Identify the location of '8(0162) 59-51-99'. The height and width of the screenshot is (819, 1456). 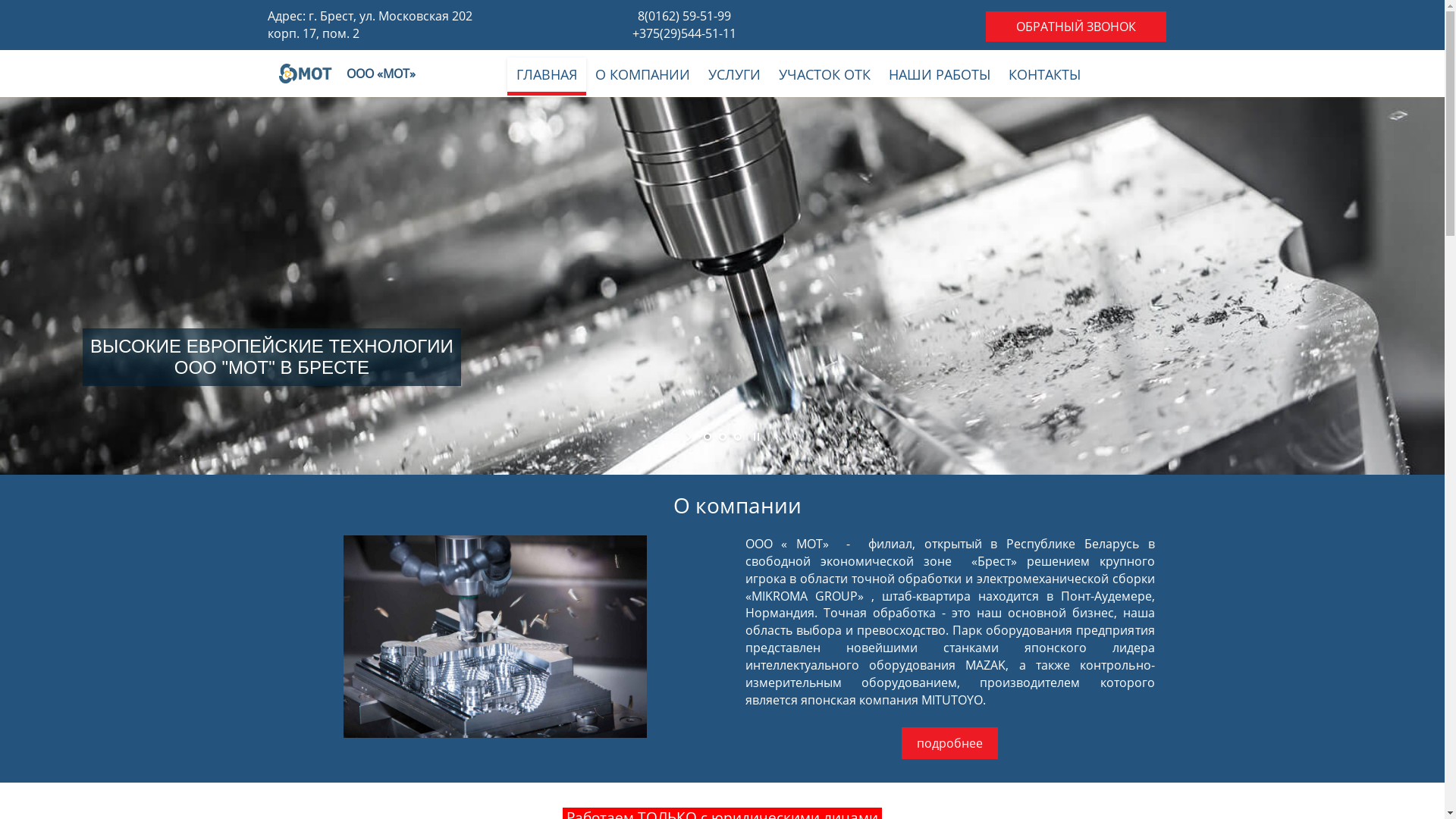
(683, 15).